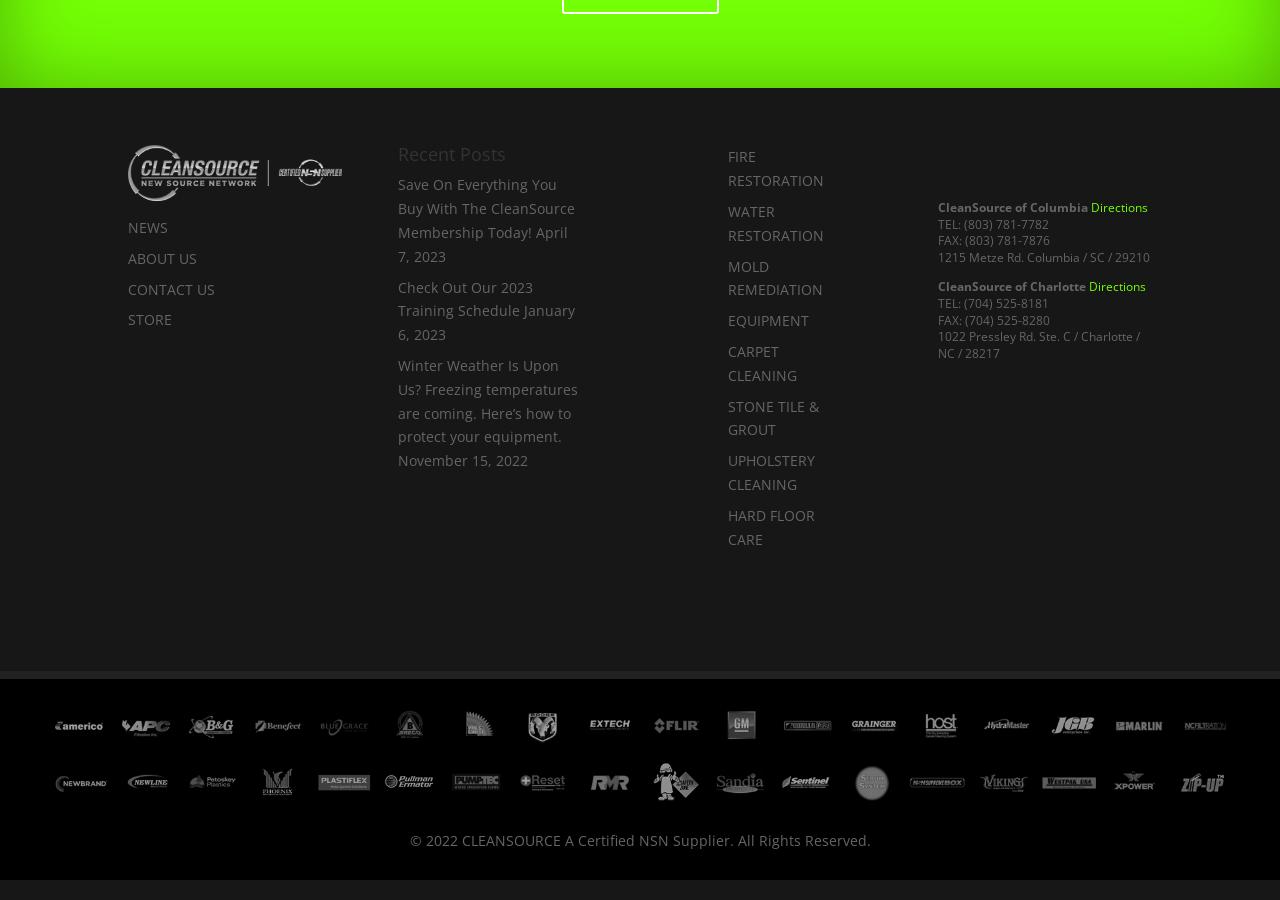 The image size is (1280, 900). I want to click on 'FAX: (704) 525-8280', so click(994, 318).